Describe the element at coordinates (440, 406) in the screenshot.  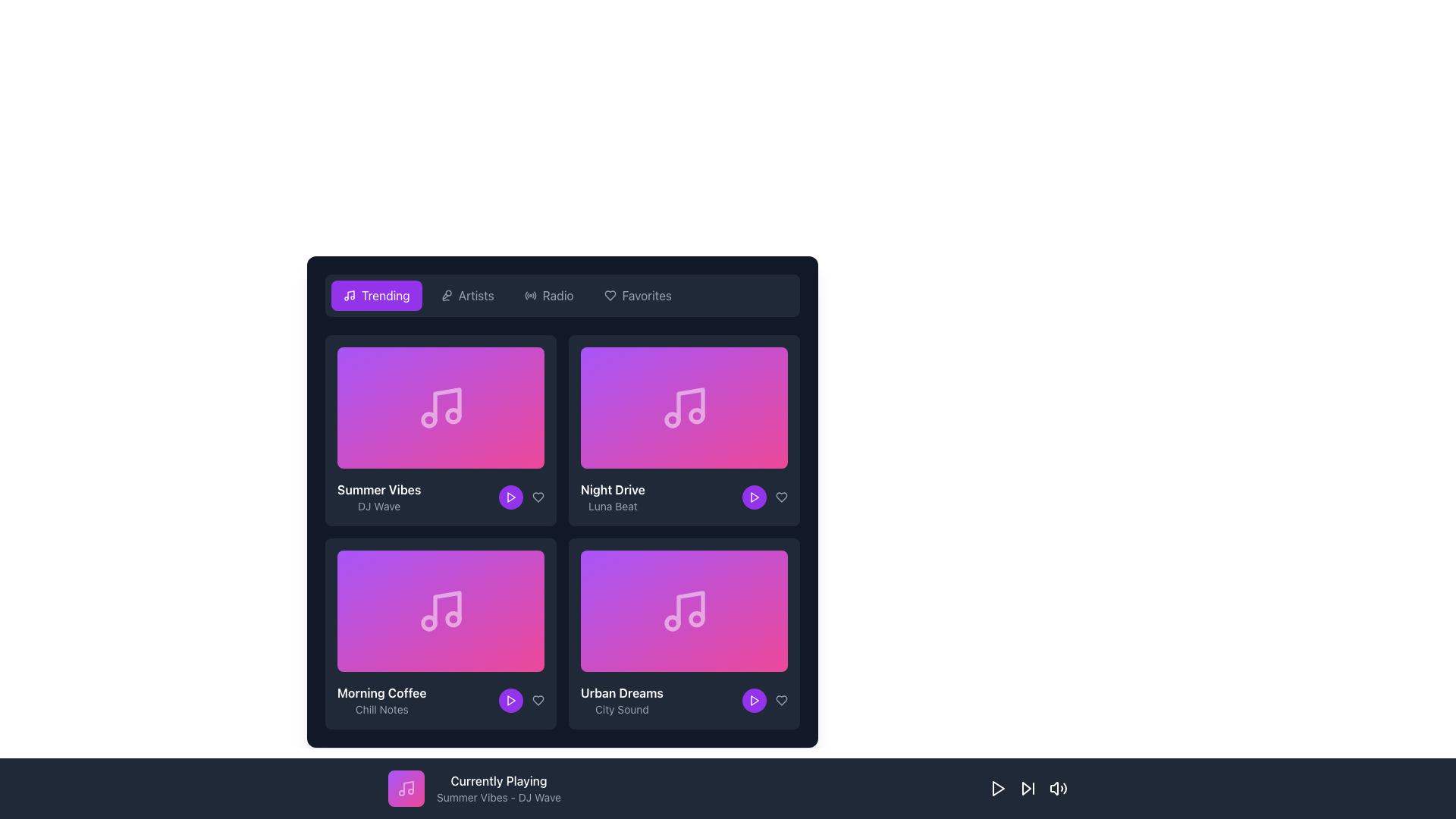
I see `the music icon representing the 'Summer Vibes' playlist by 'DJ Wave' located in the top-left quadrant of the grid layout` at that location.